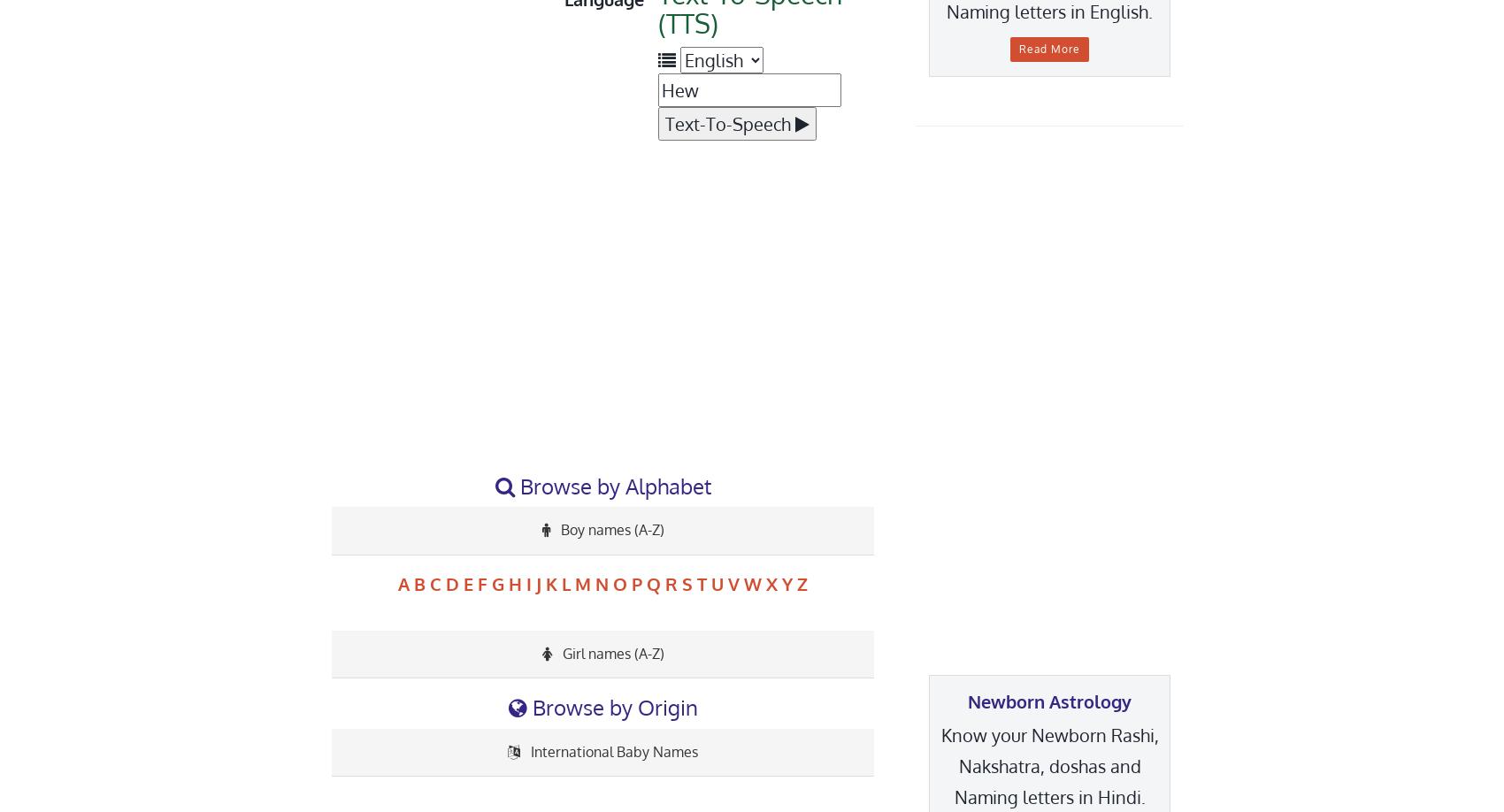  What do you see at coordinates (566, 583) in the screenshot?
I see `'L'` at bounding box center [566, 583].